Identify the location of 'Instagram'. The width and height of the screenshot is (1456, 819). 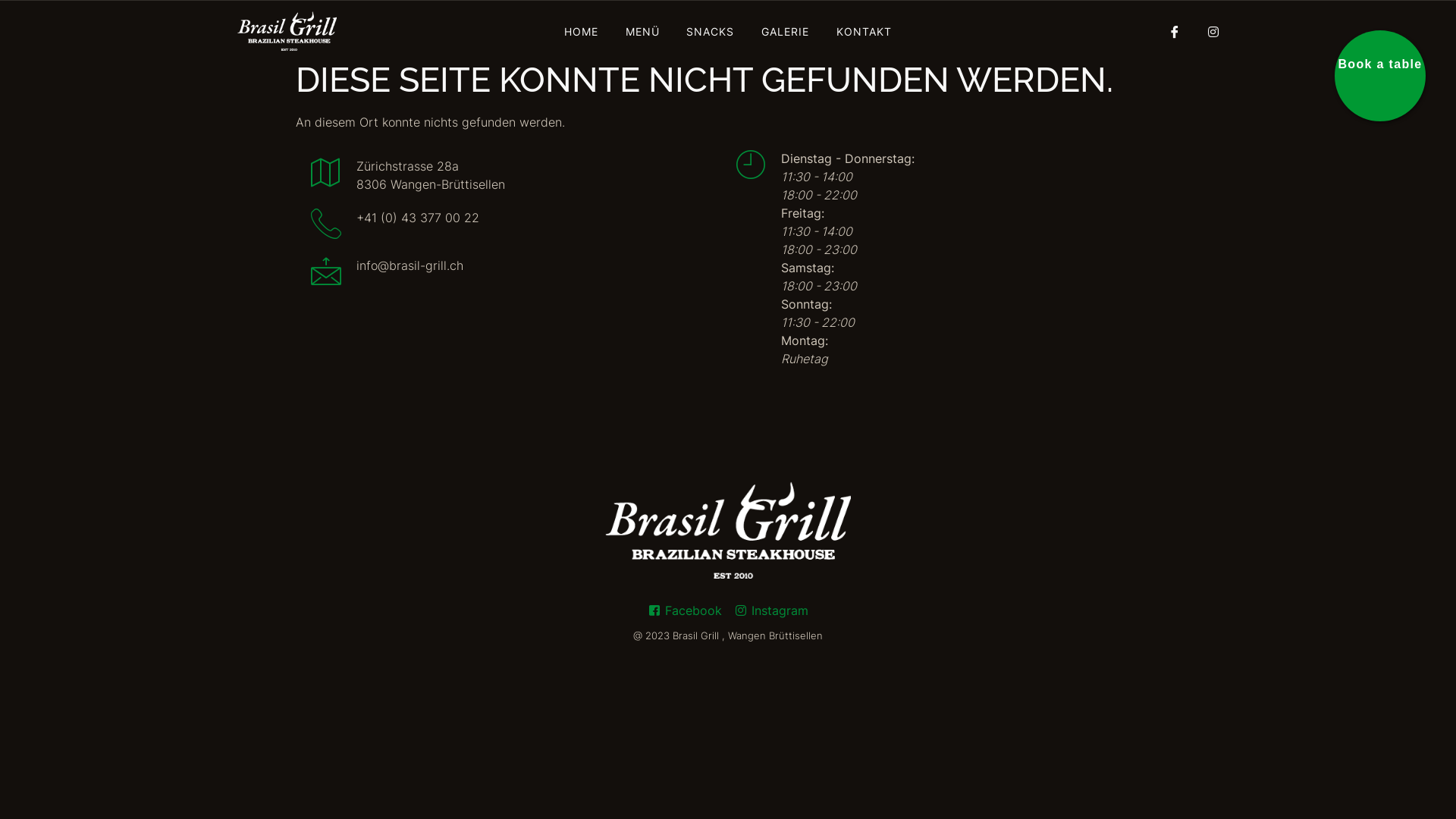
(771, 610).